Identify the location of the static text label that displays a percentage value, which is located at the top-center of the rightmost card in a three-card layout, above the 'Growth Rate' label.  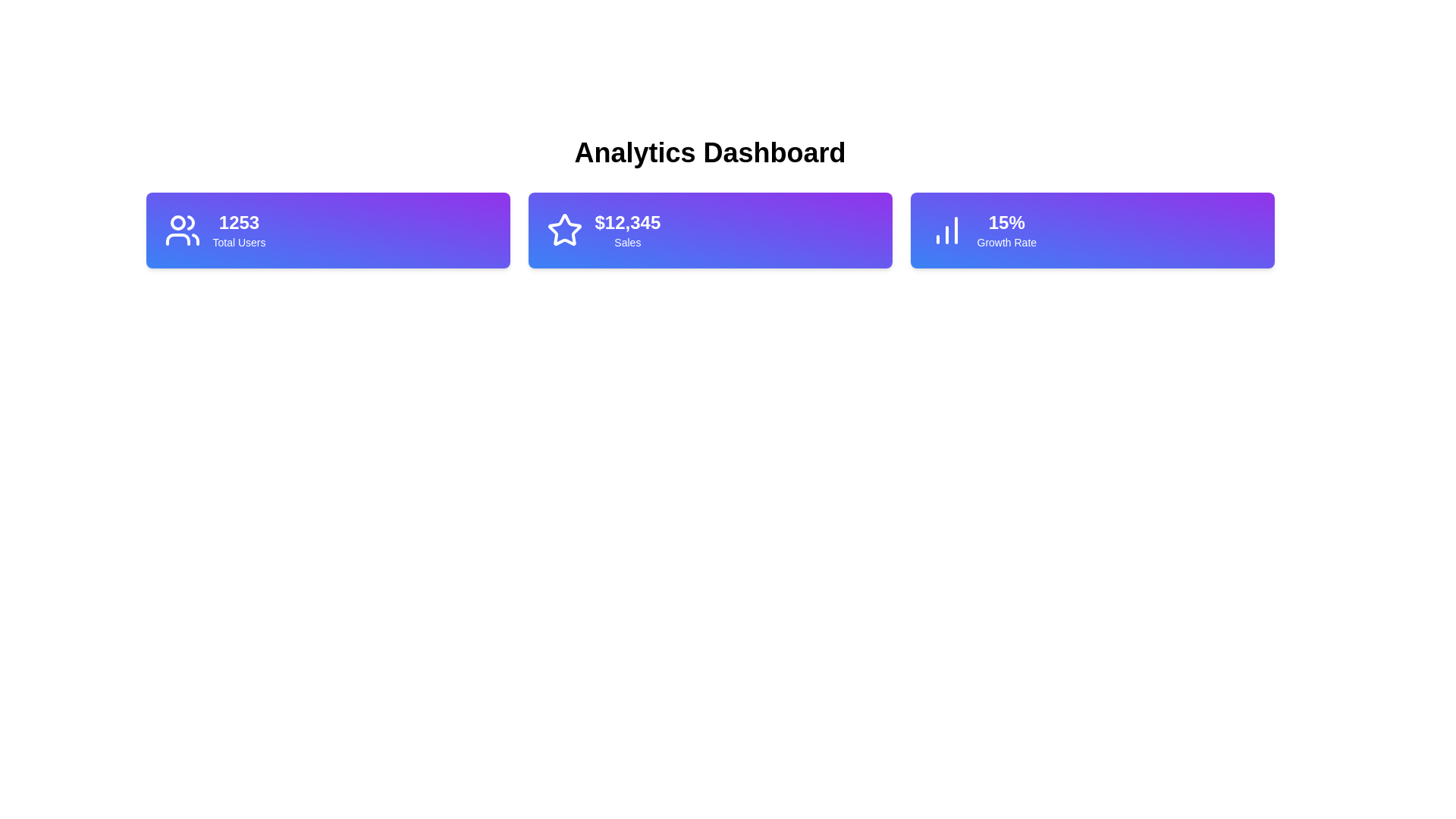
(1006, 222).